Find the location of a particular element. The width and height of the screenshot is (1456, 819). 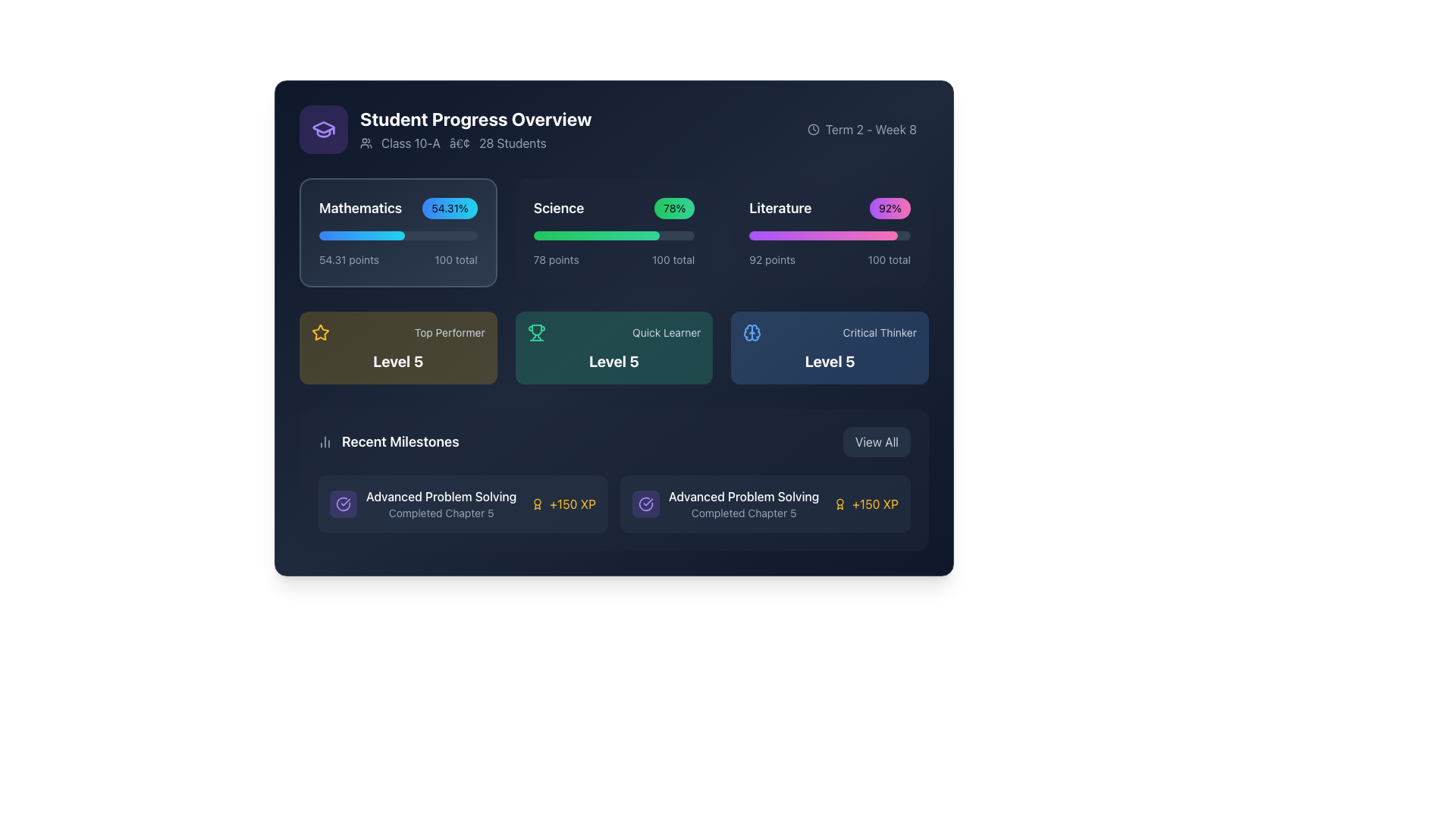

the text label displaying '100 total' located in the 'Literature' section, which is to the right of the '92 points' label and on a dark background is located at coordinates (889, 259).